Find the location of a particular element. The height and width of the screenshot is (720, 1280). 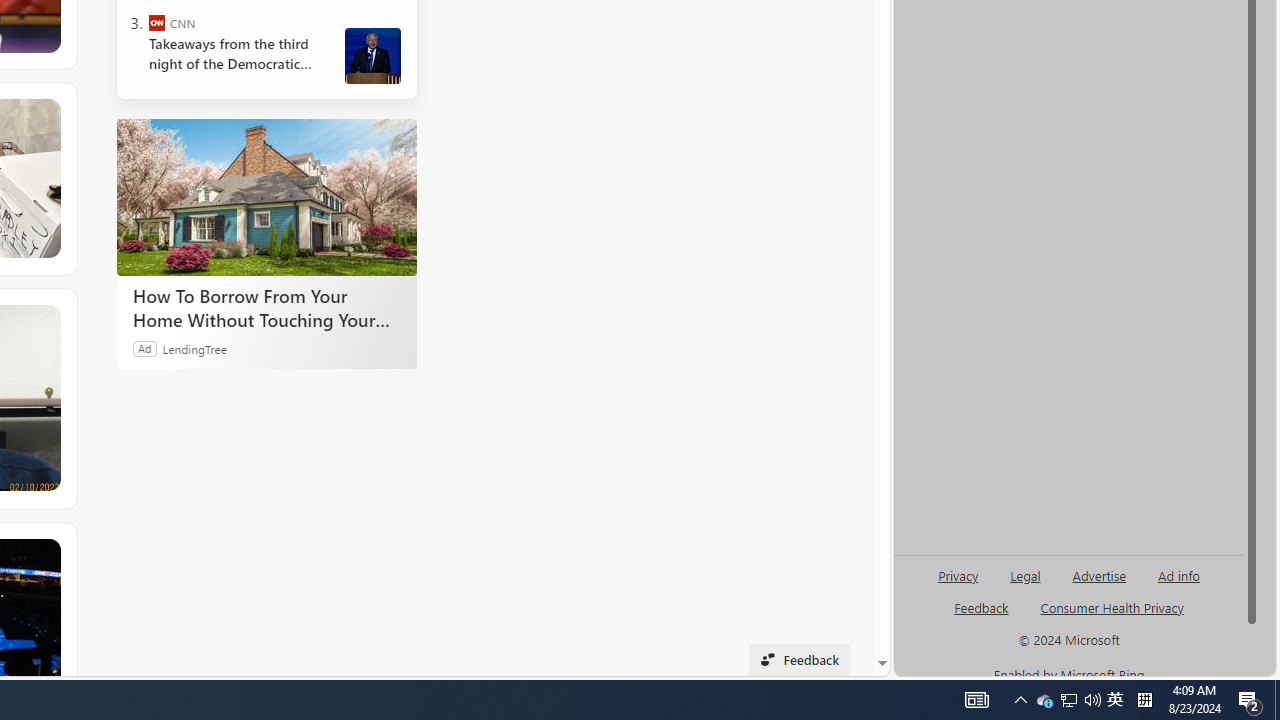

'LendingTree' is located at coordinates (195, 347).